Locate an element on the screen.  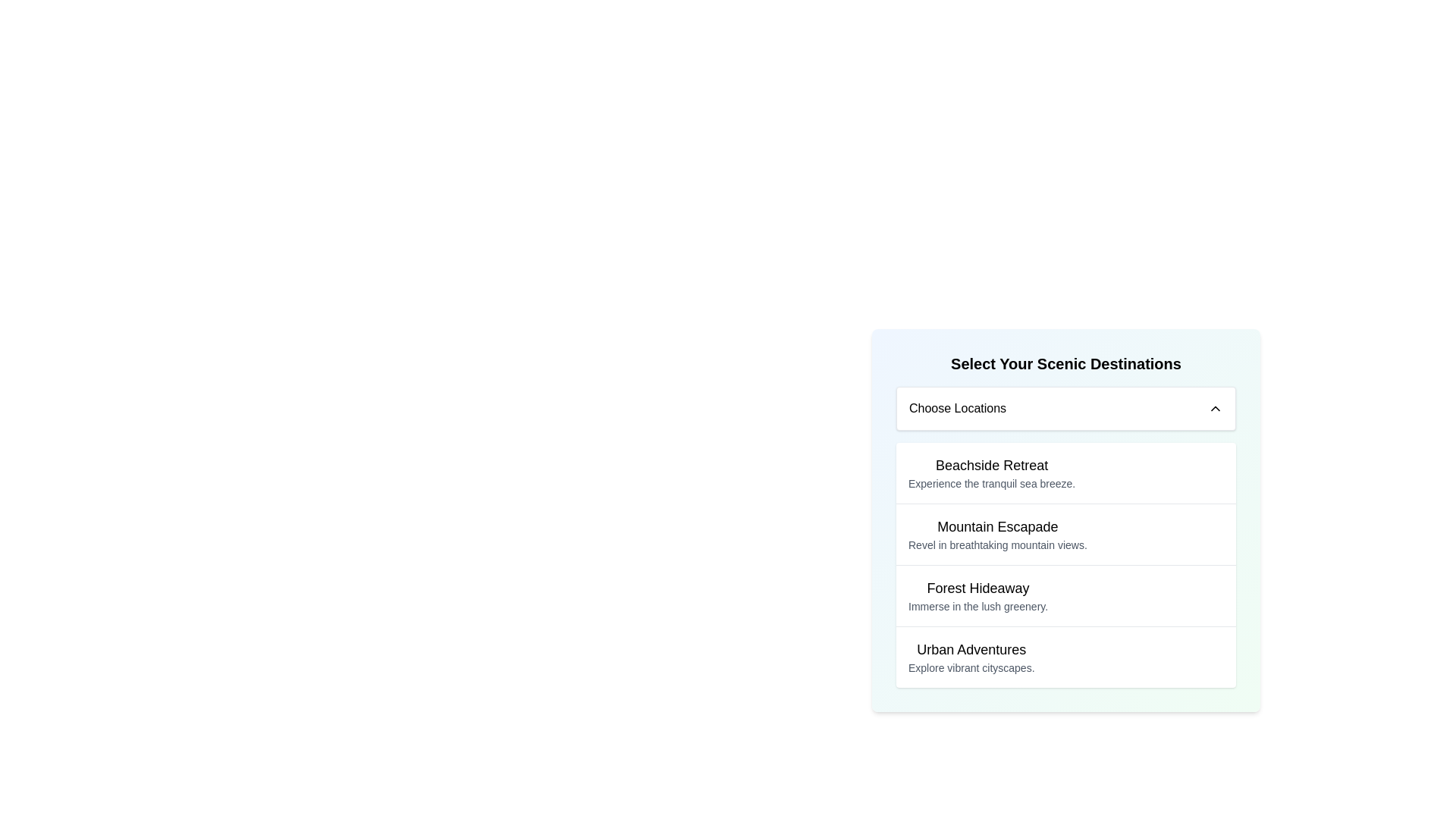
the 'Urban Adventures' text label, which is the header of the fourth list item under 'Select Your Scenic Destinations' is located at coordinates (971, 648).